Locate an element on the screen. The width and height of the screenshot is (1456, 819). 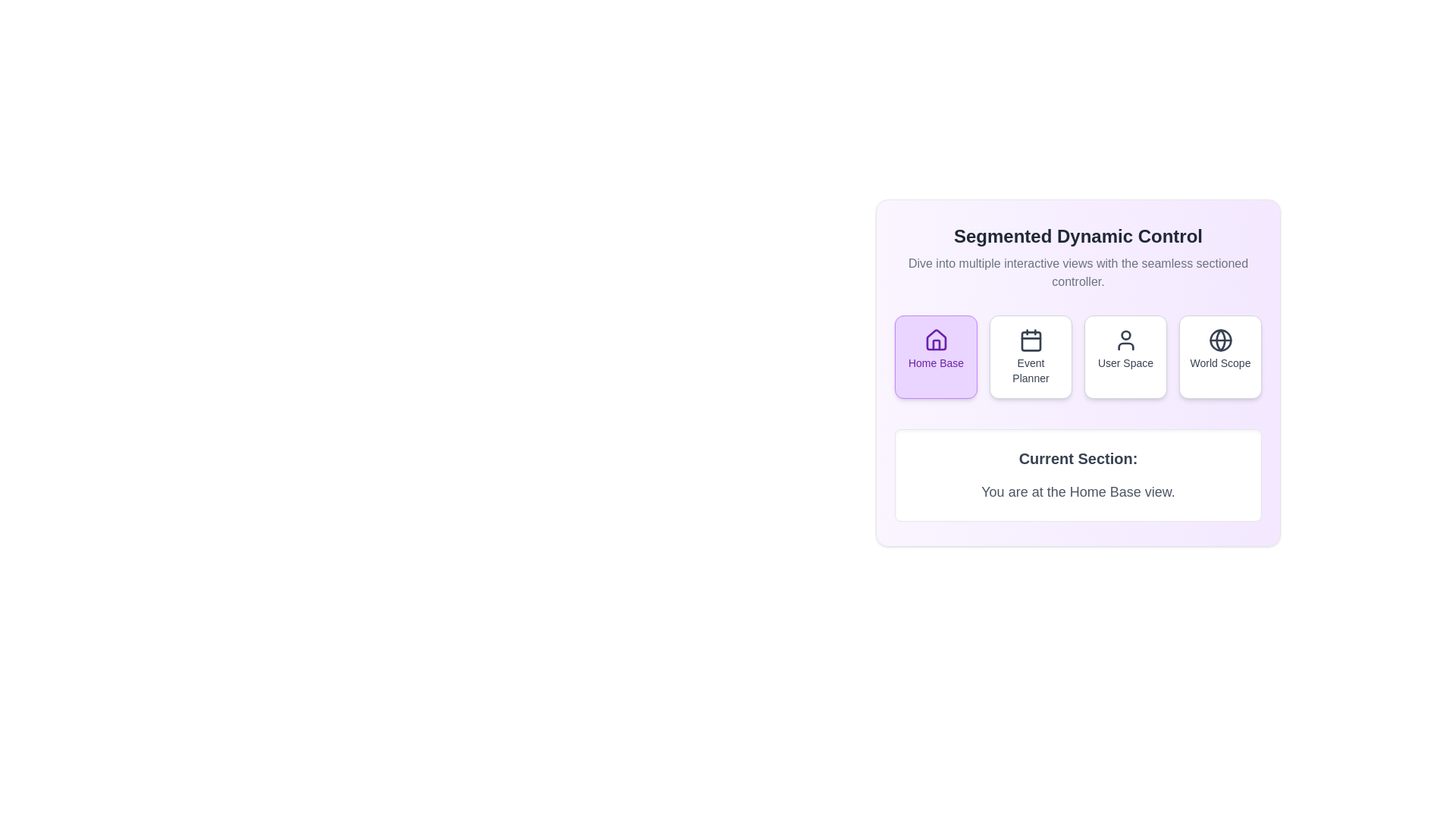
the first button in the grid layout, which serves as a navigation option to the 'Home Base' section, to activate hover effects is located at coordinates (935, 356).